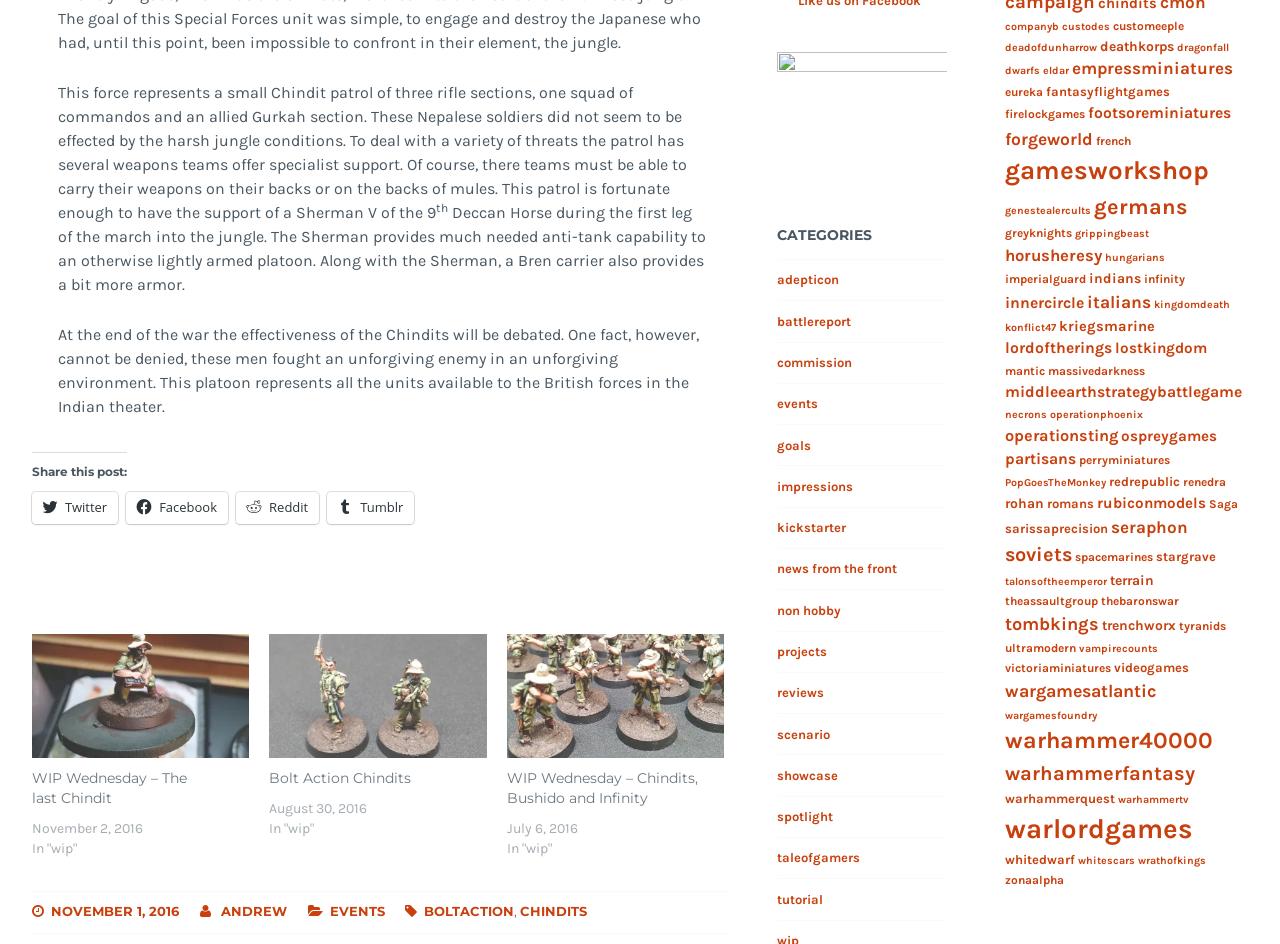  I want to click on 'perryminiatures', so click(1123, 459).